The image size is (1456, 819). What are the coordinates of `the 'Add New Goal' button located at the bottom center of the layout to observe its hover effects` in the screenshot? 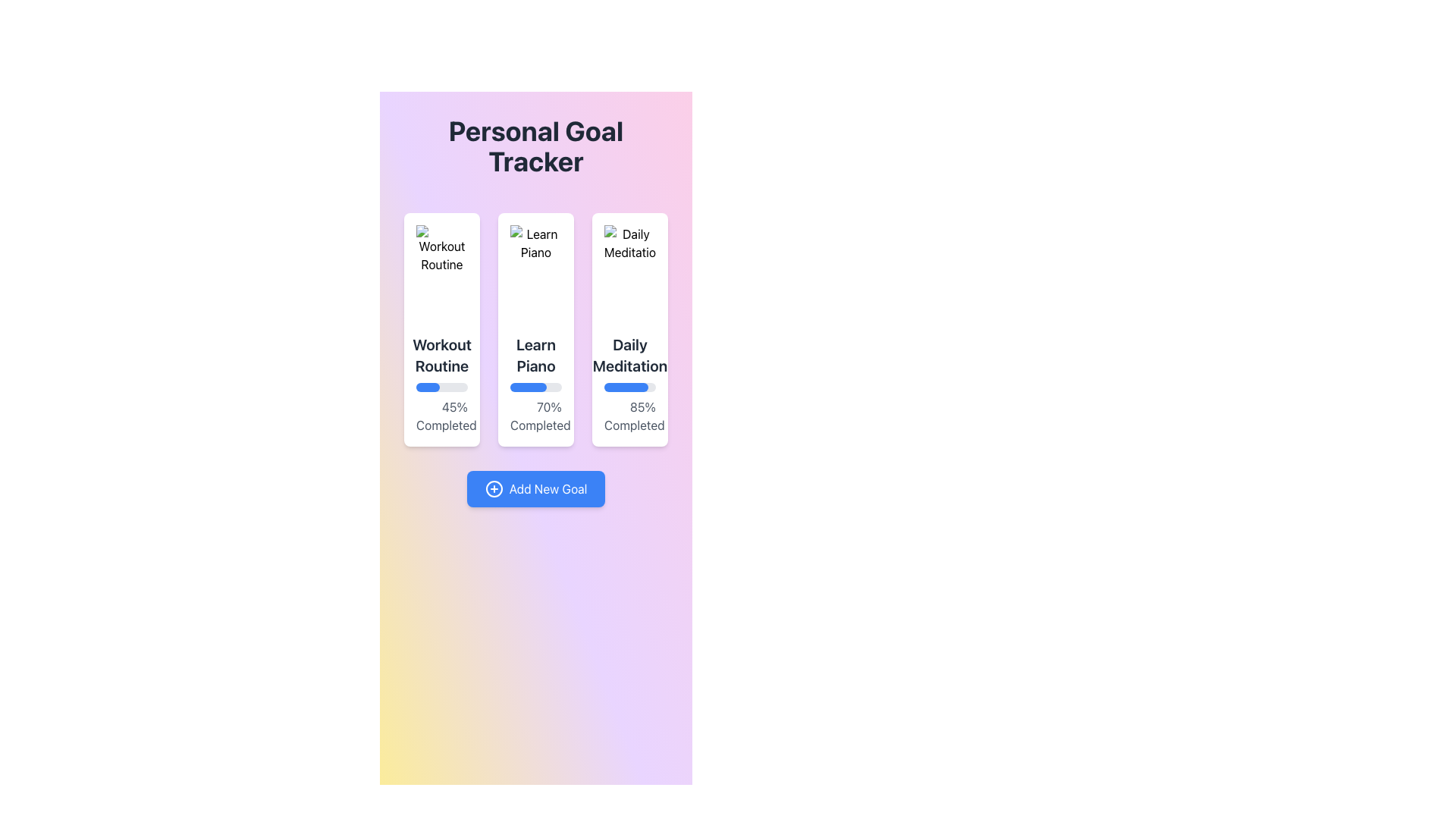 It's located at (535, 488).